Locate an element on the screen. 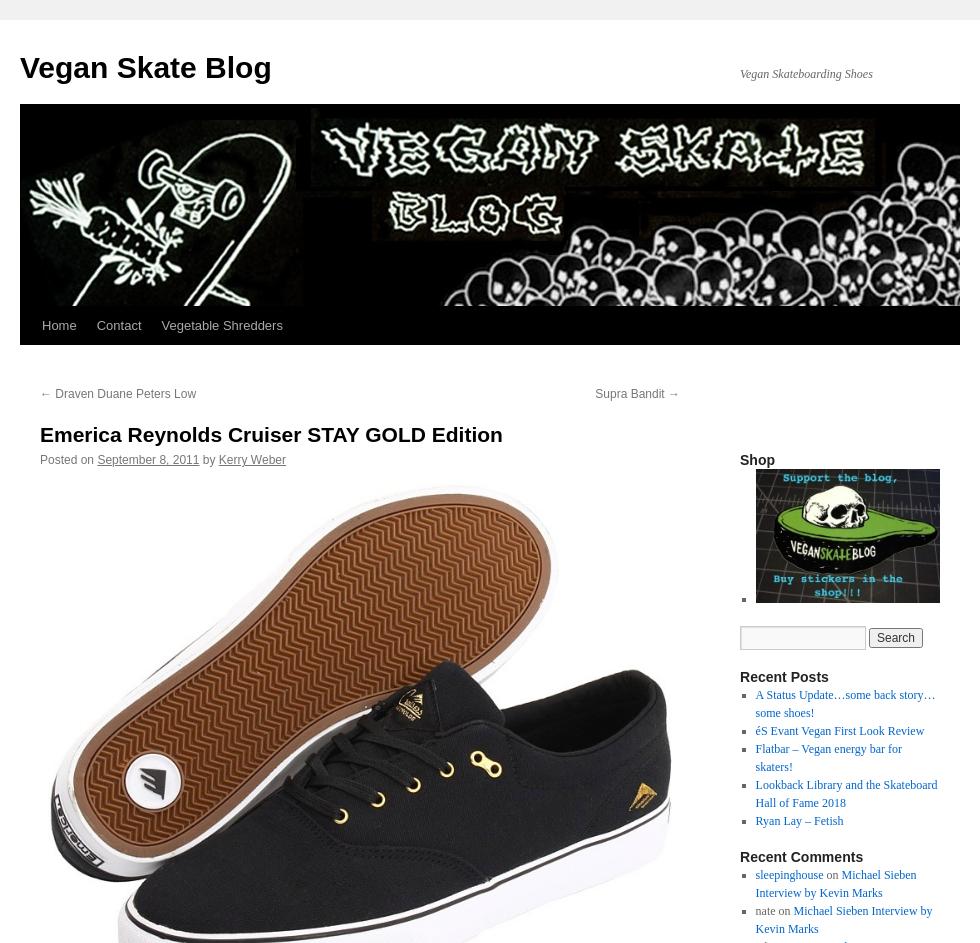 This screenshot has width=980, height=943. 'éS Evant Vegan  First Look Review' is located at coordinates (839, 730).